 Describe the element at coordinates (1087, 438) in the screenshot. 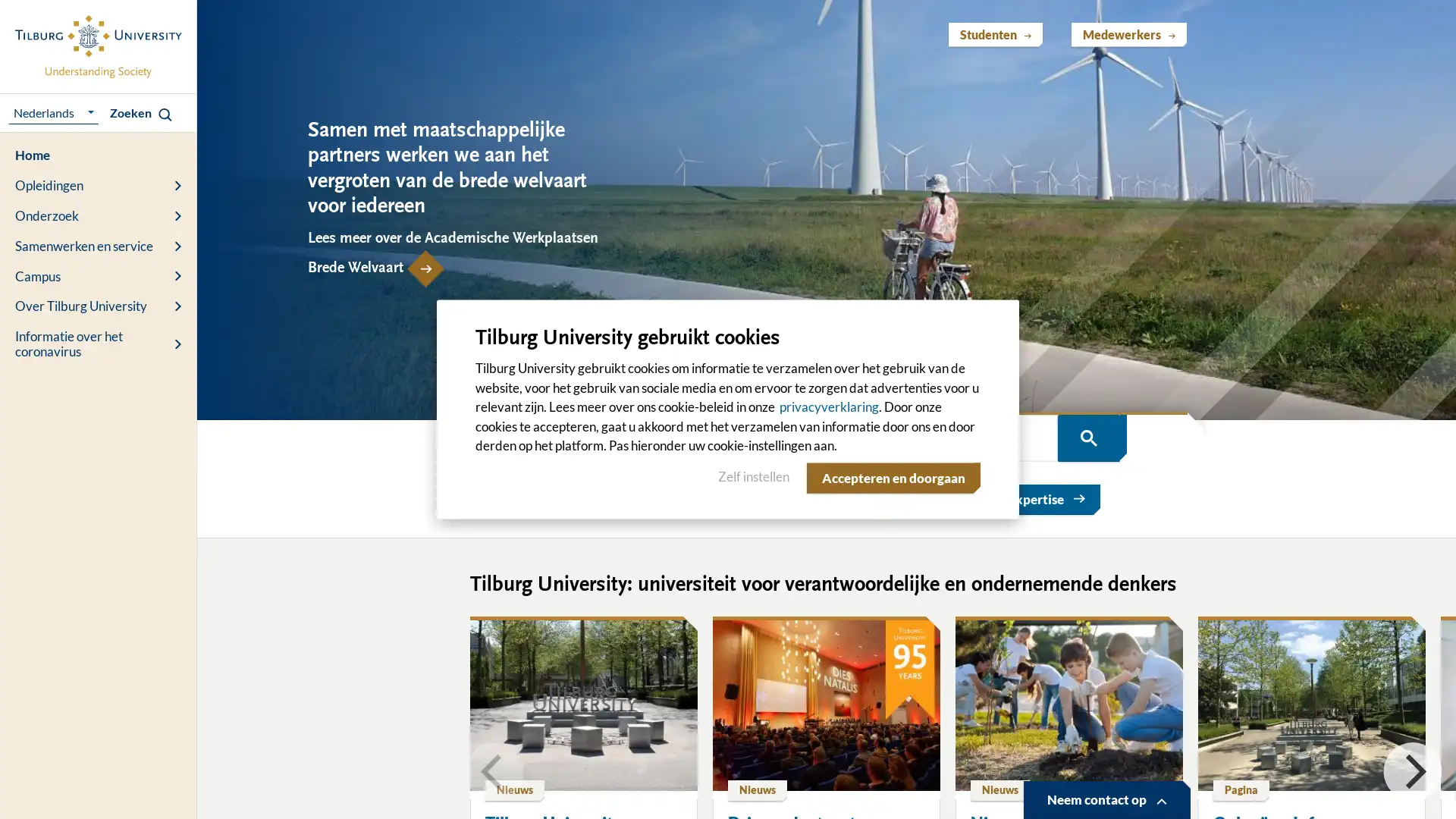

I see `search` at that location.